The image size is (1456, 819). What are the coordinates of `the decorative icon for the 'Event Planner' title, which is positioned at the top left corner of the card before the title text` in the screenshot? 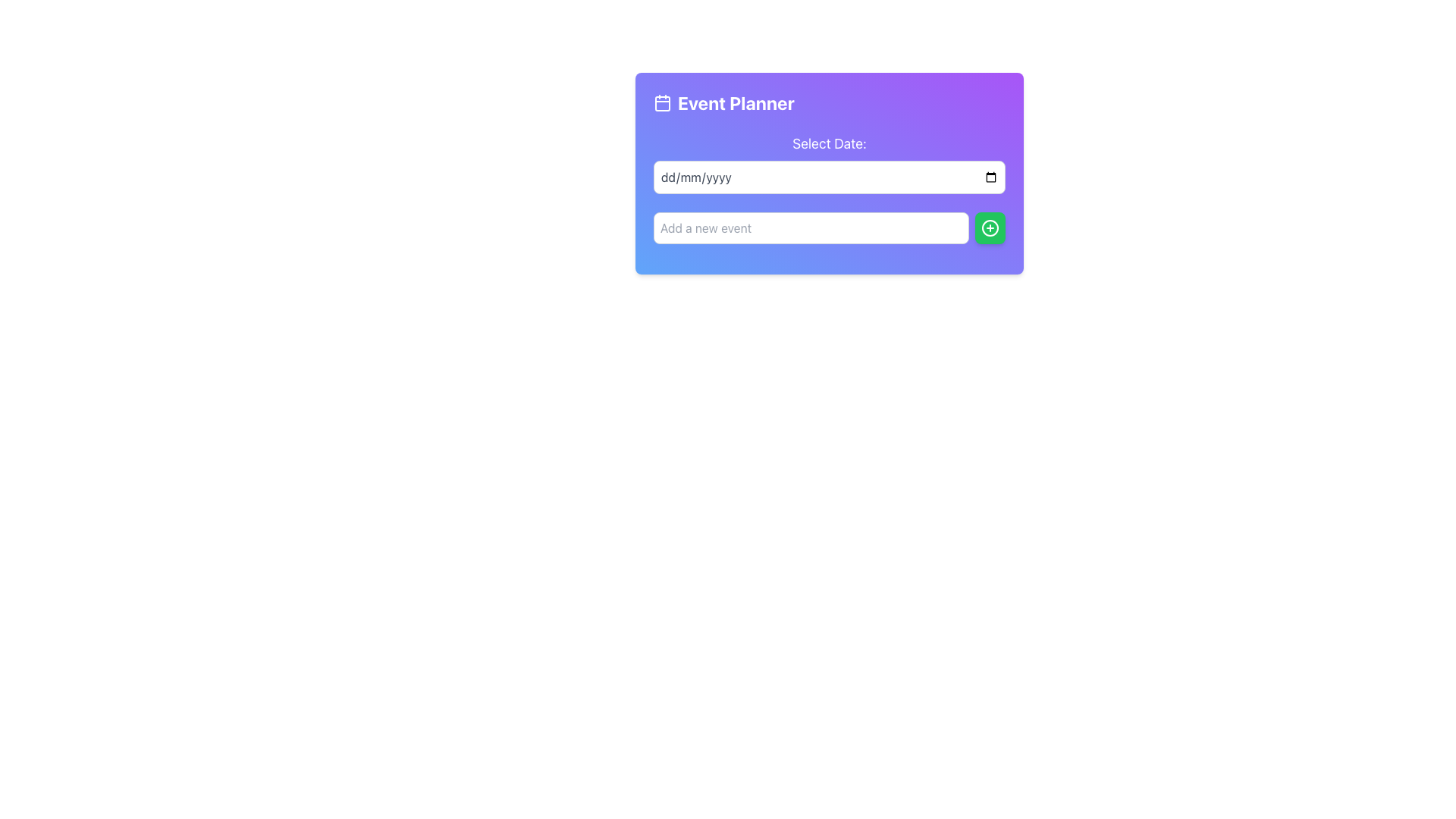 It's located at (662, 102).